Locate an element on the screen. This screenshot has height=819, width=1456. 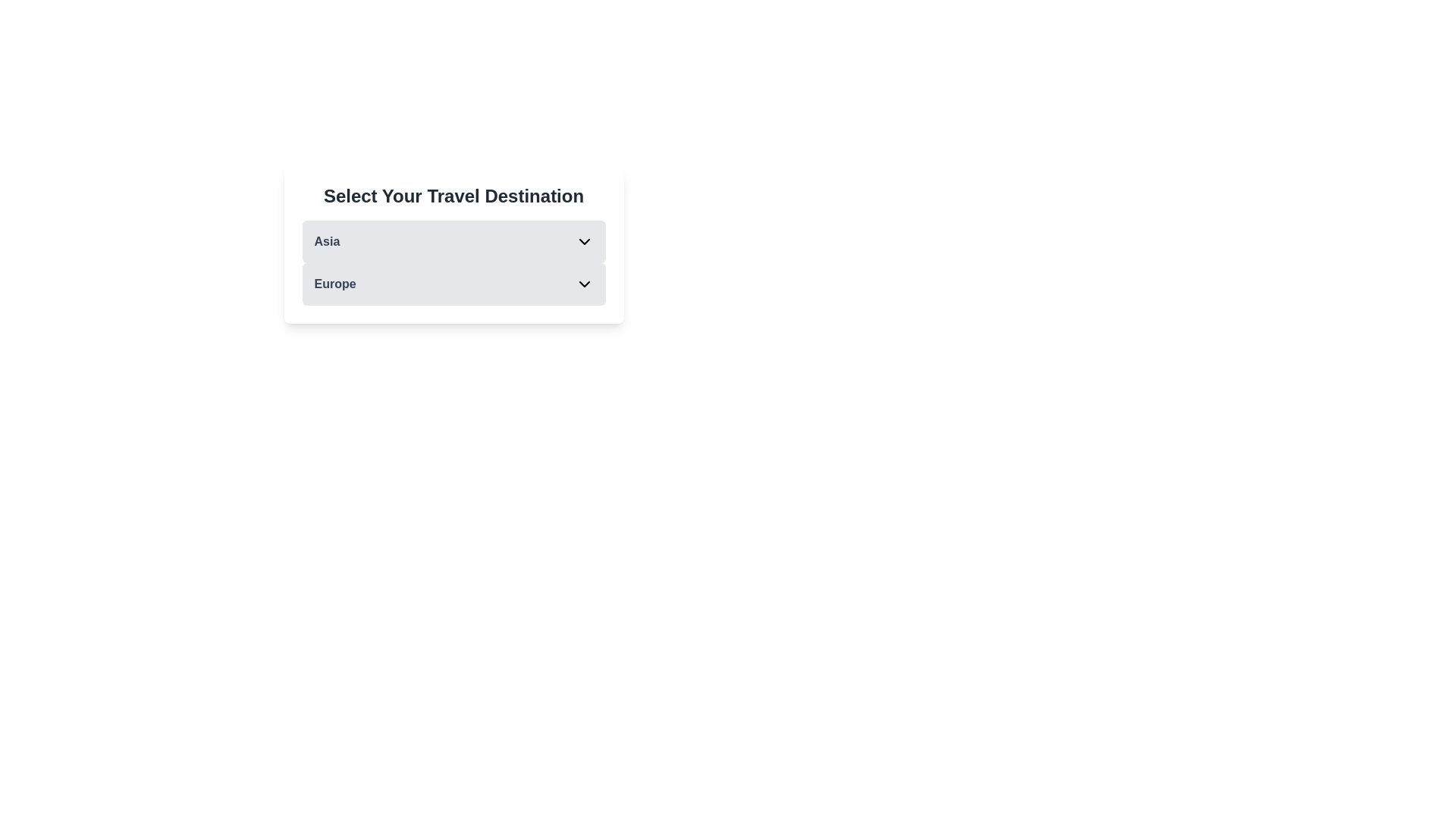
the 'Asia' dropdown option in the travel destination selection menu is located at coordinates (453, 241).